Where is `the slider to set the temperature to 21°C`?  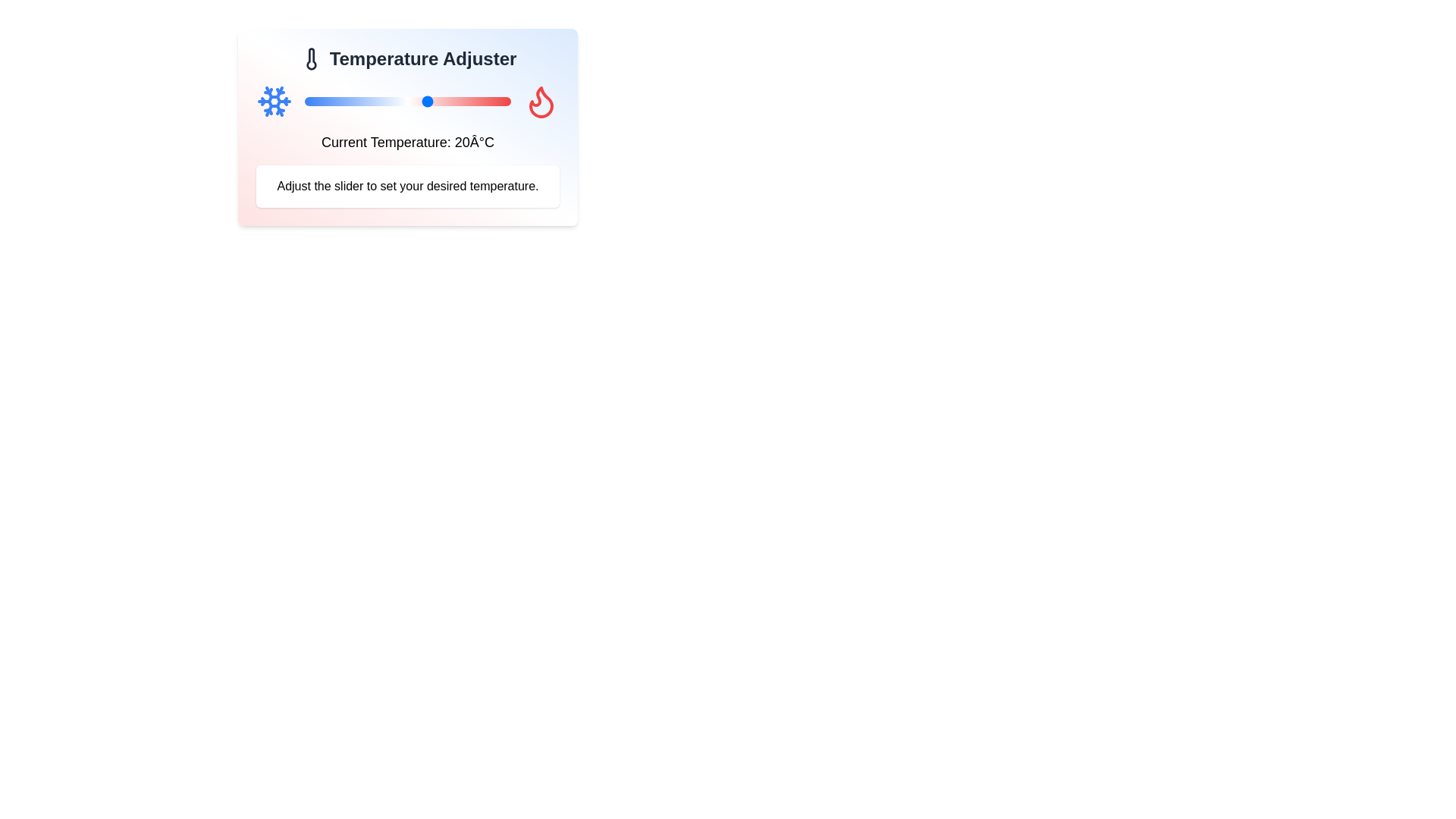
the slider to set the temperature to 21°C is located at coordinates (431, 102).